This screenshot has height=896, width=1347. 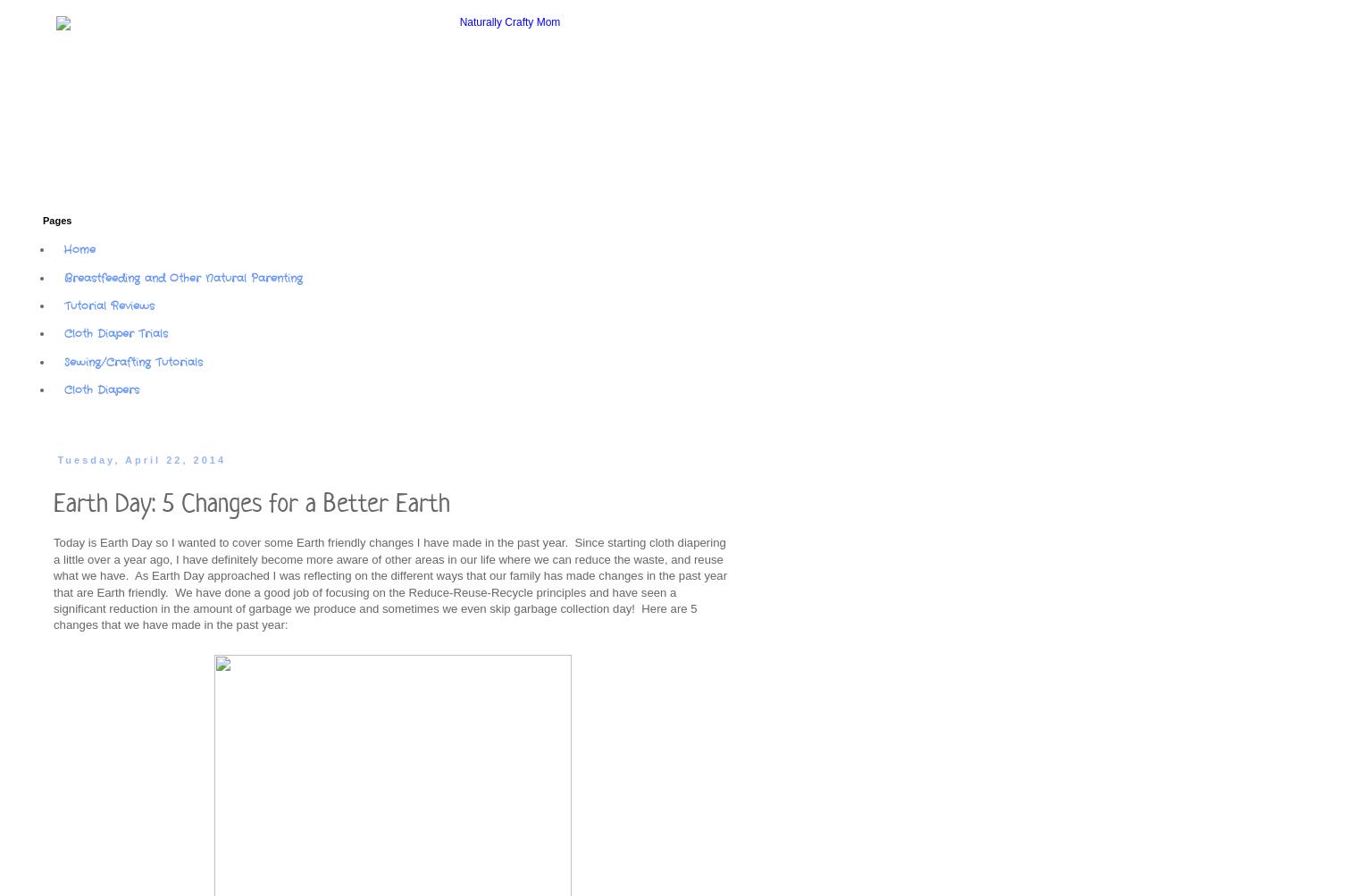 I want to click on 'Tutorial Reviews', so click(x=109, y=304).